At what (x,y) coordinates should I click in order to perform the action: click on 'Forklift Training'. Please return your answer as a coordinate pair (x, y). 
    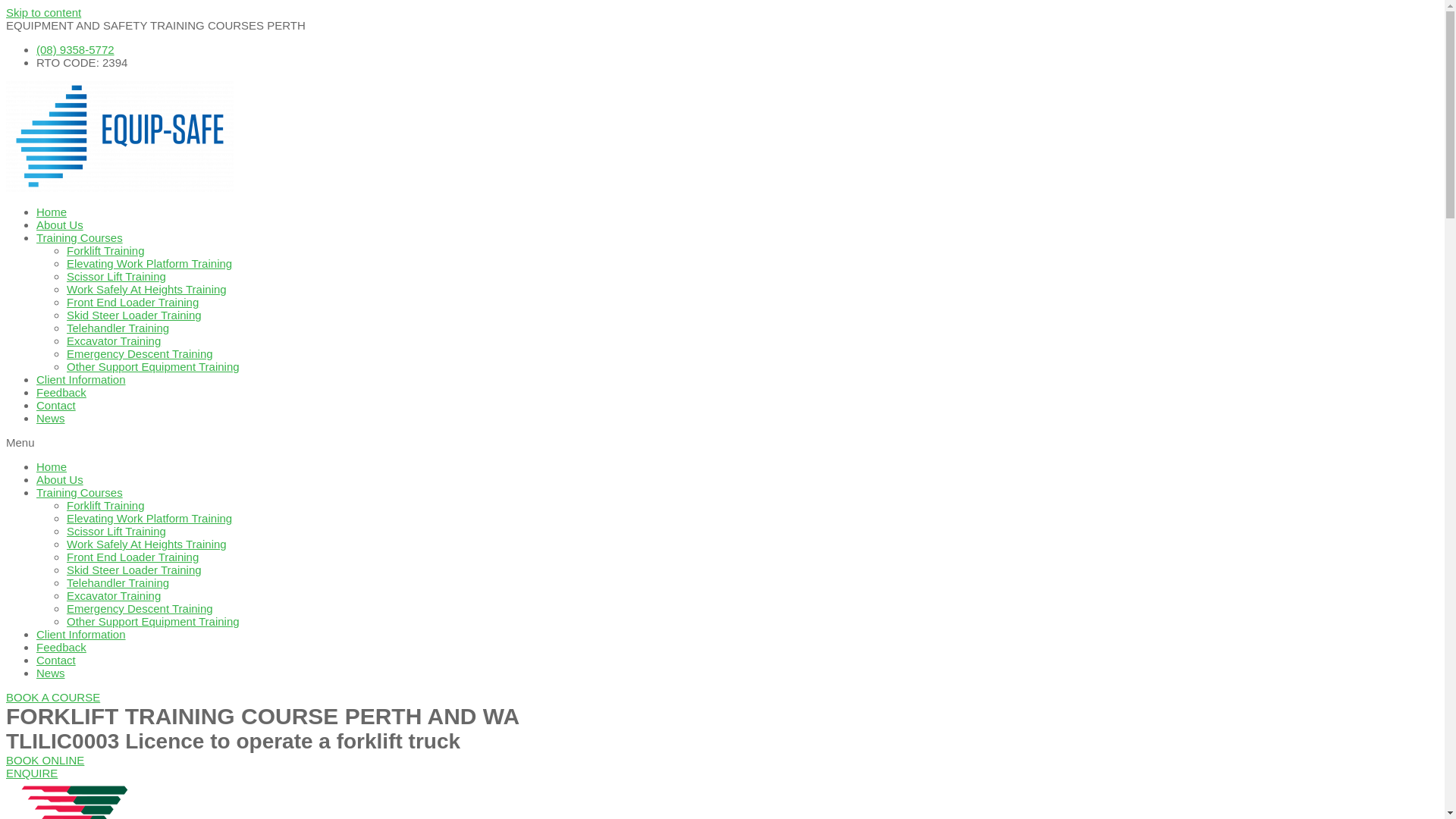
    Looking at the image, I should click on (105, 505).